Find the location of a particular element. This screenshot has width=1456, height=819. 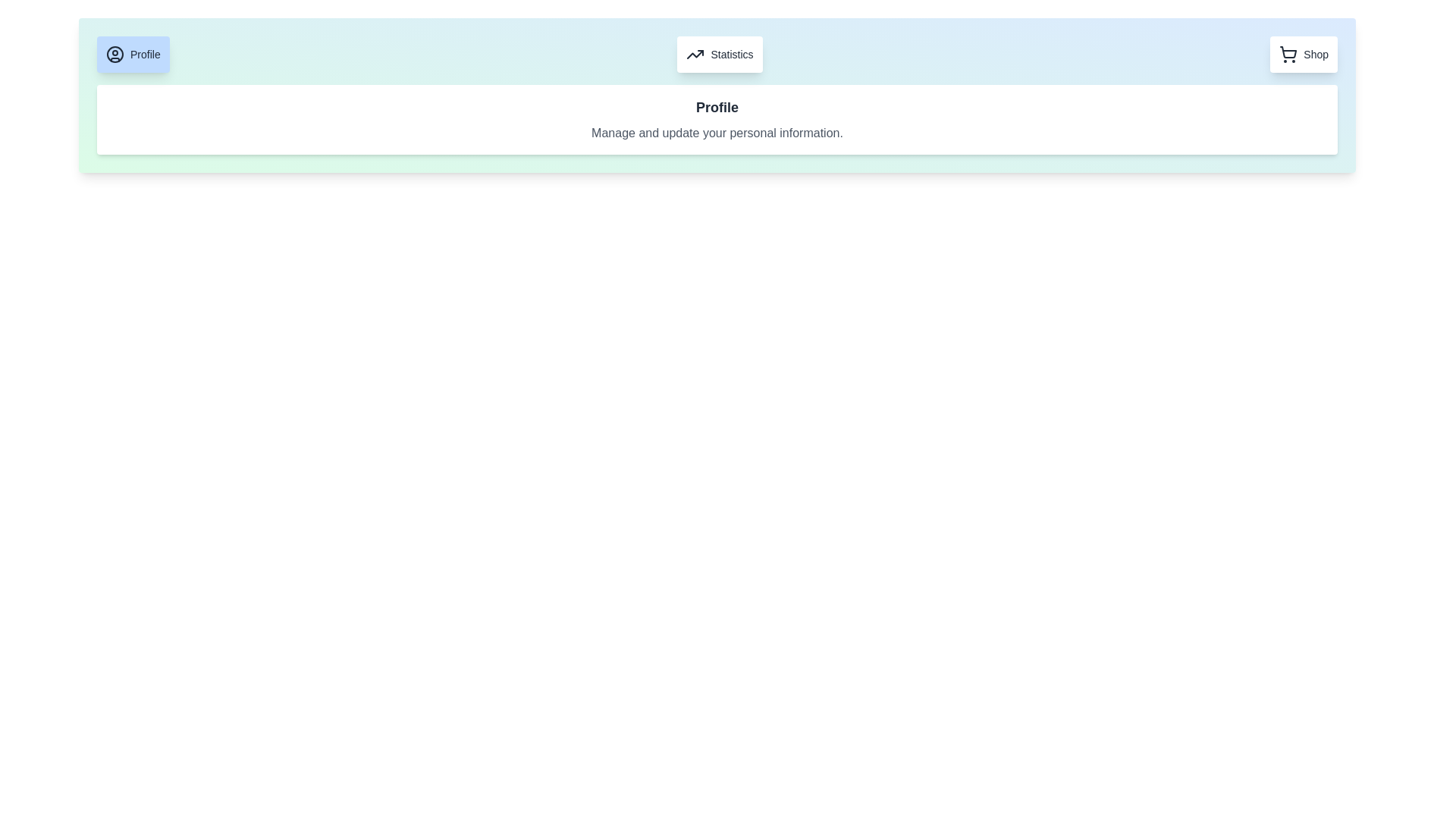

the second interactive button from the left that navigates to the 'Statistics' section to observe the scaling effect is located at coordinates (719, 54).